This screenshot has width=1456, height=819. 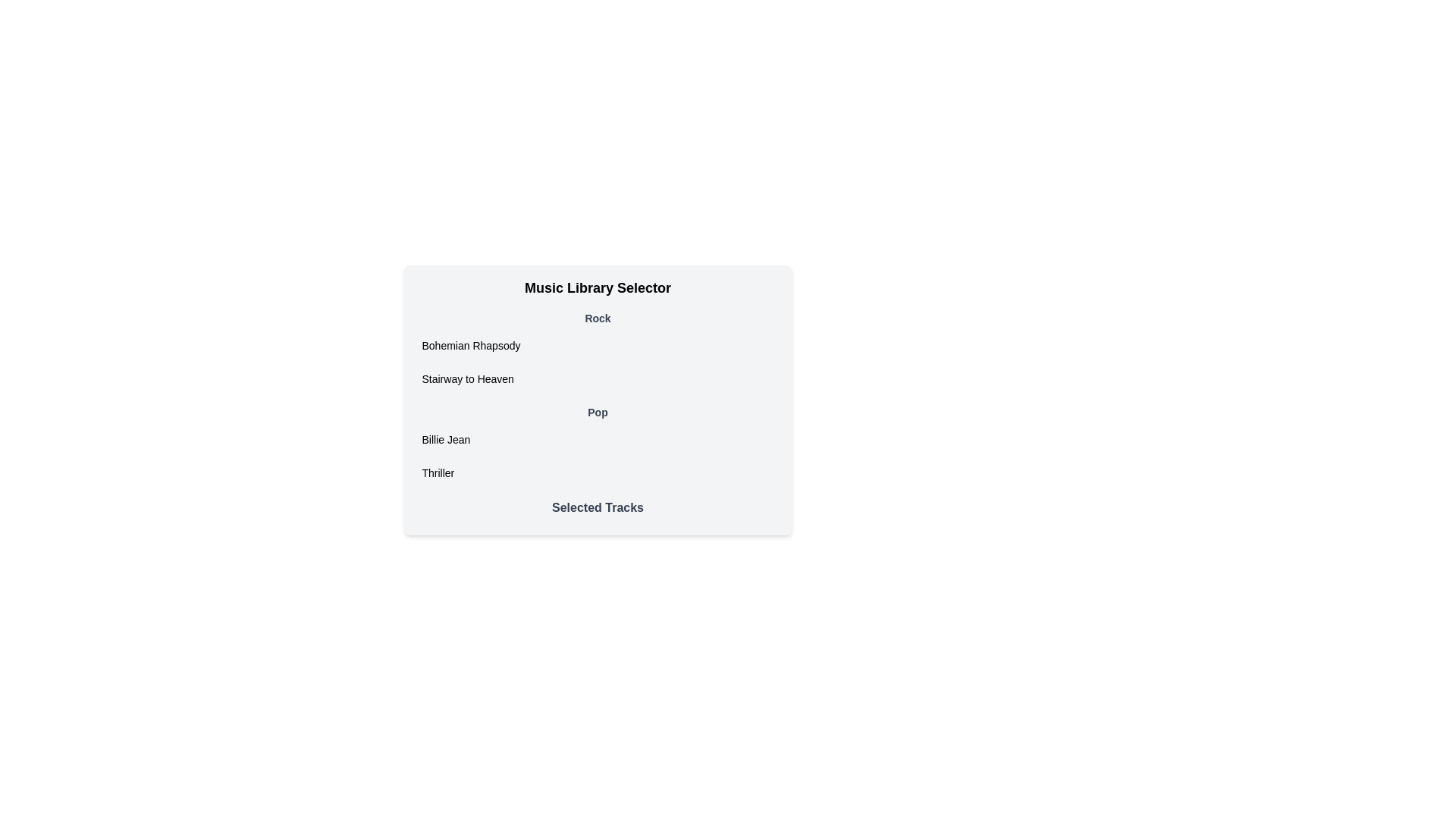 I want to click on the text label displaying 'Thriller', which is located, so click(x=437, y=472).